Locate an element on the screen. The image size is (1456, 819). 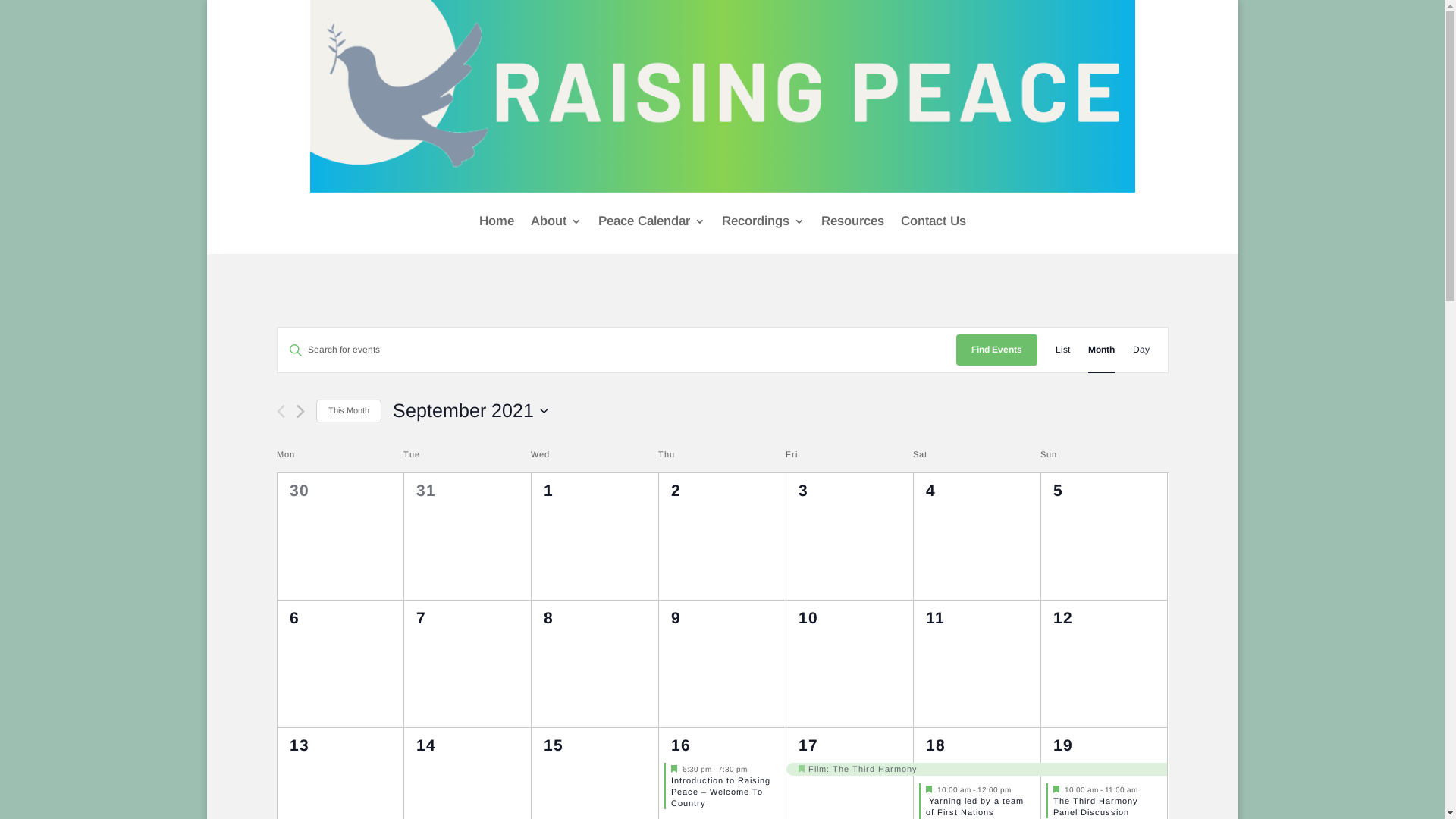
'Resources' is located at coordinates (852, 221).